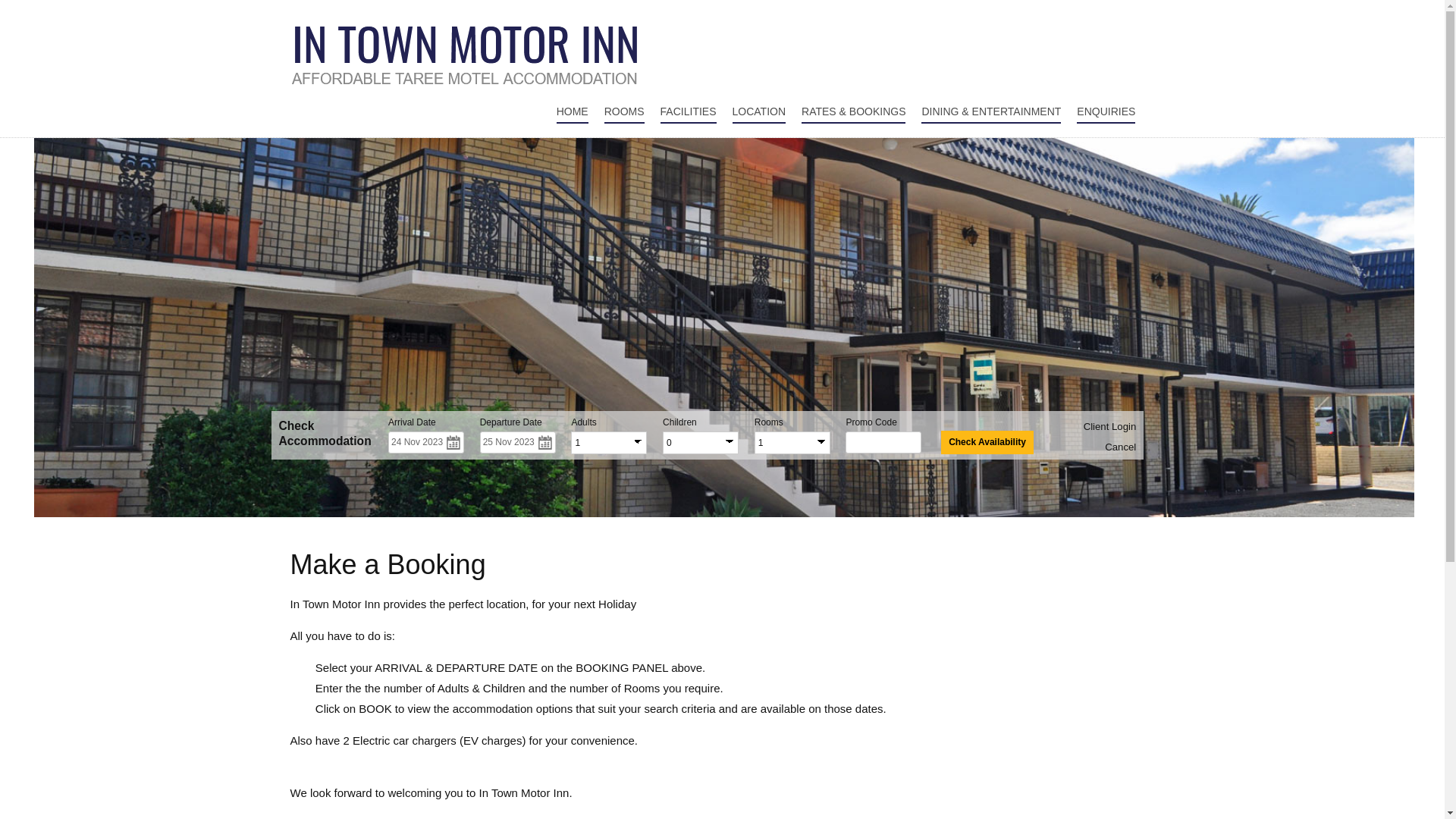 The height and width of the screenshot is (819, 1456). I want to click on 'RATES & BOOKINGS', so click(853, 111).